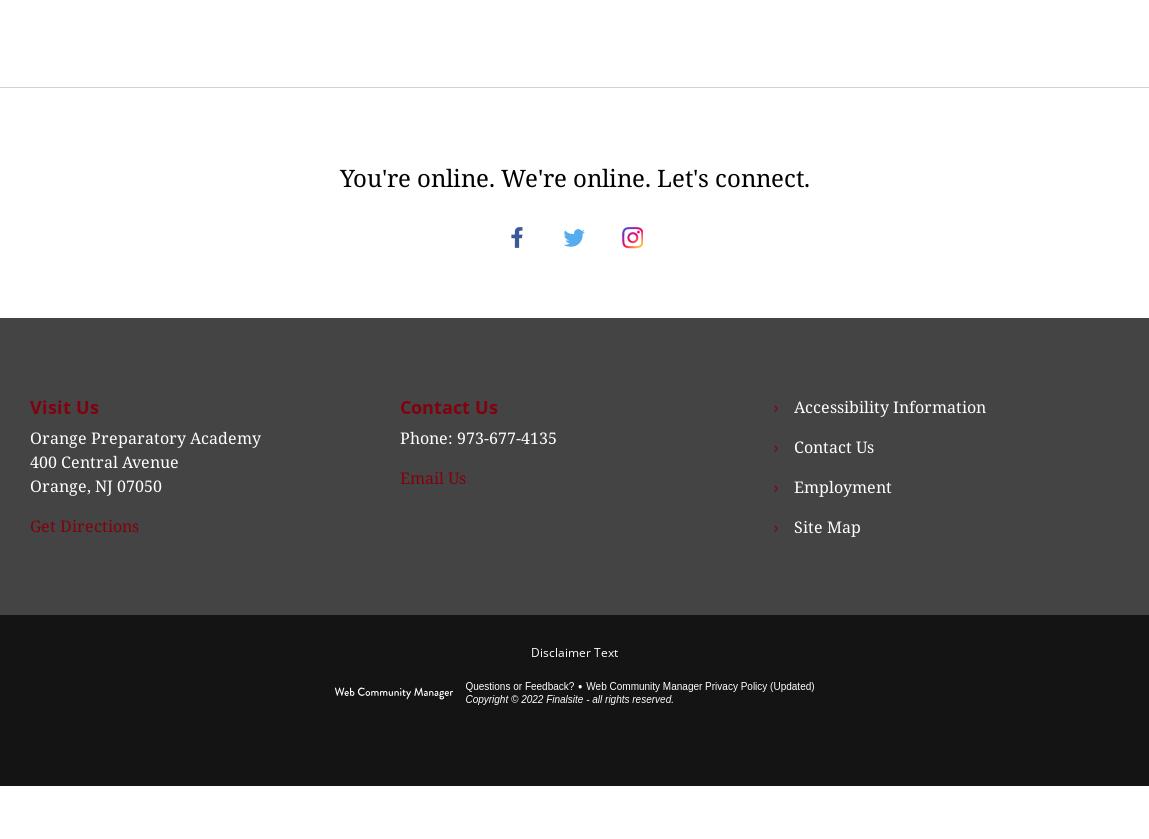 The width and height of the screenshot is (1149, 839). What do you see at coordinates (103, 484) in the screenshot?
I see `'400 Central Avenue'` at bounding box center [103, 484].